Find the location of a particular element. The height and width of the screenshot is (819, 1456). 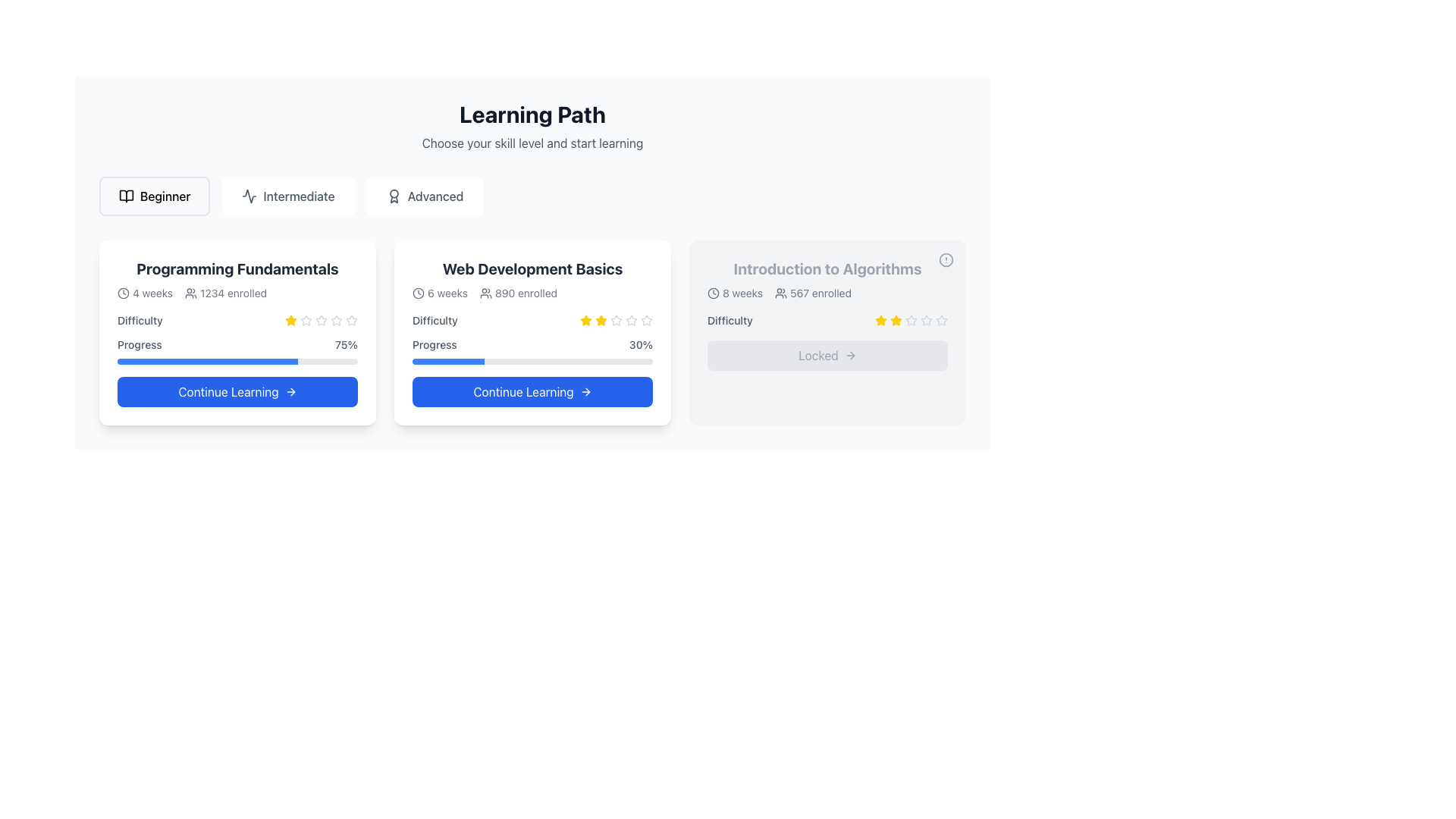

the 'Continue Learning' button with a blue background and white text located at the bottom of the 'Programming Fundamentals' card to proceed to learning content is located at coordinates (237, 391).